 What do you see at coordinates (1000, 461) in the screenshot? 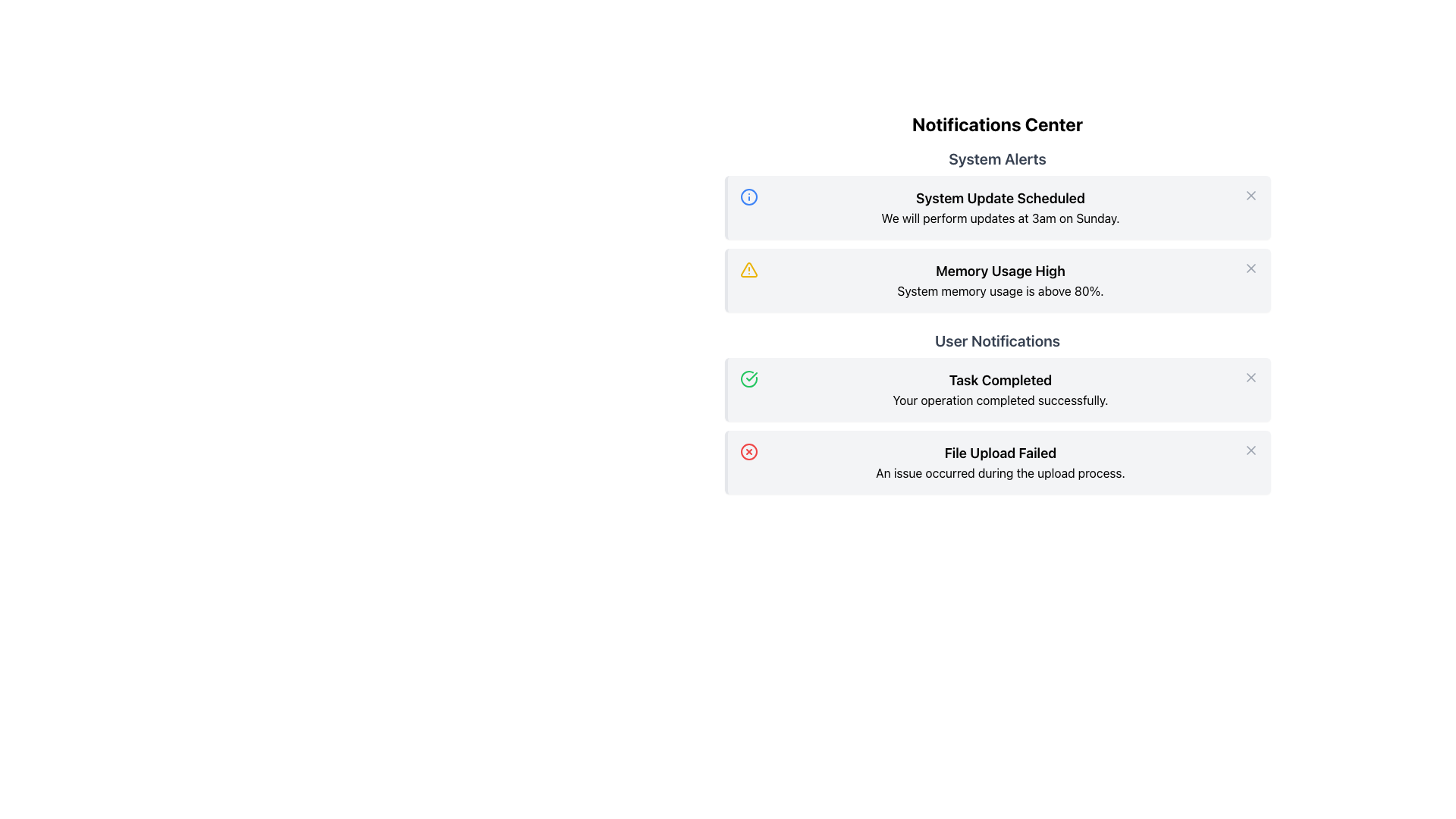
I see `error notification text displayed in the fourth notification of the Notifications Center, which indicates a failed file upload operation` at bounding box center [1000, 461].